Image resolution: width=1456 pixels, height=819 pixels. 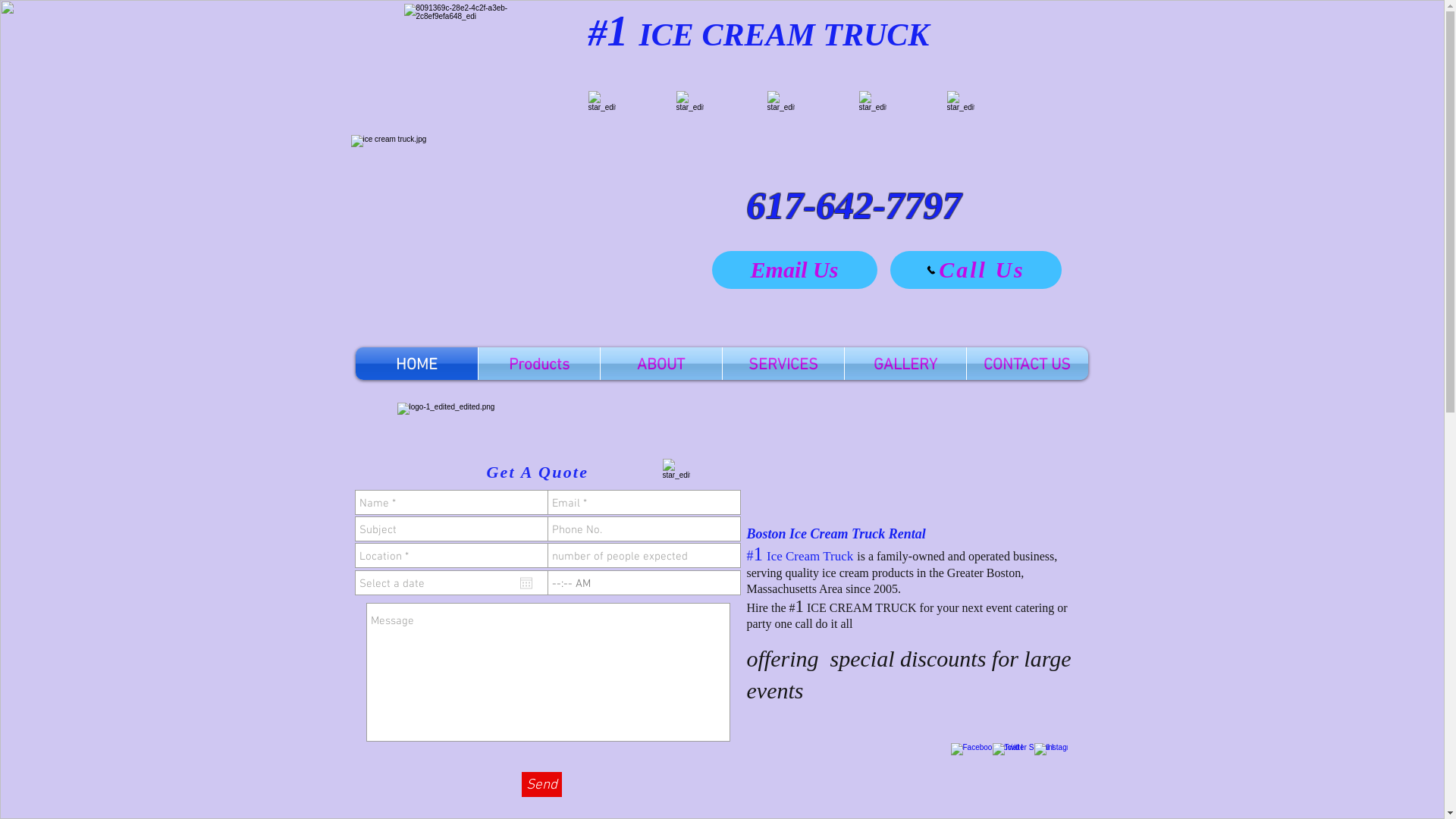 I want to click on 'GALLERY', so click(x=905, y=363).